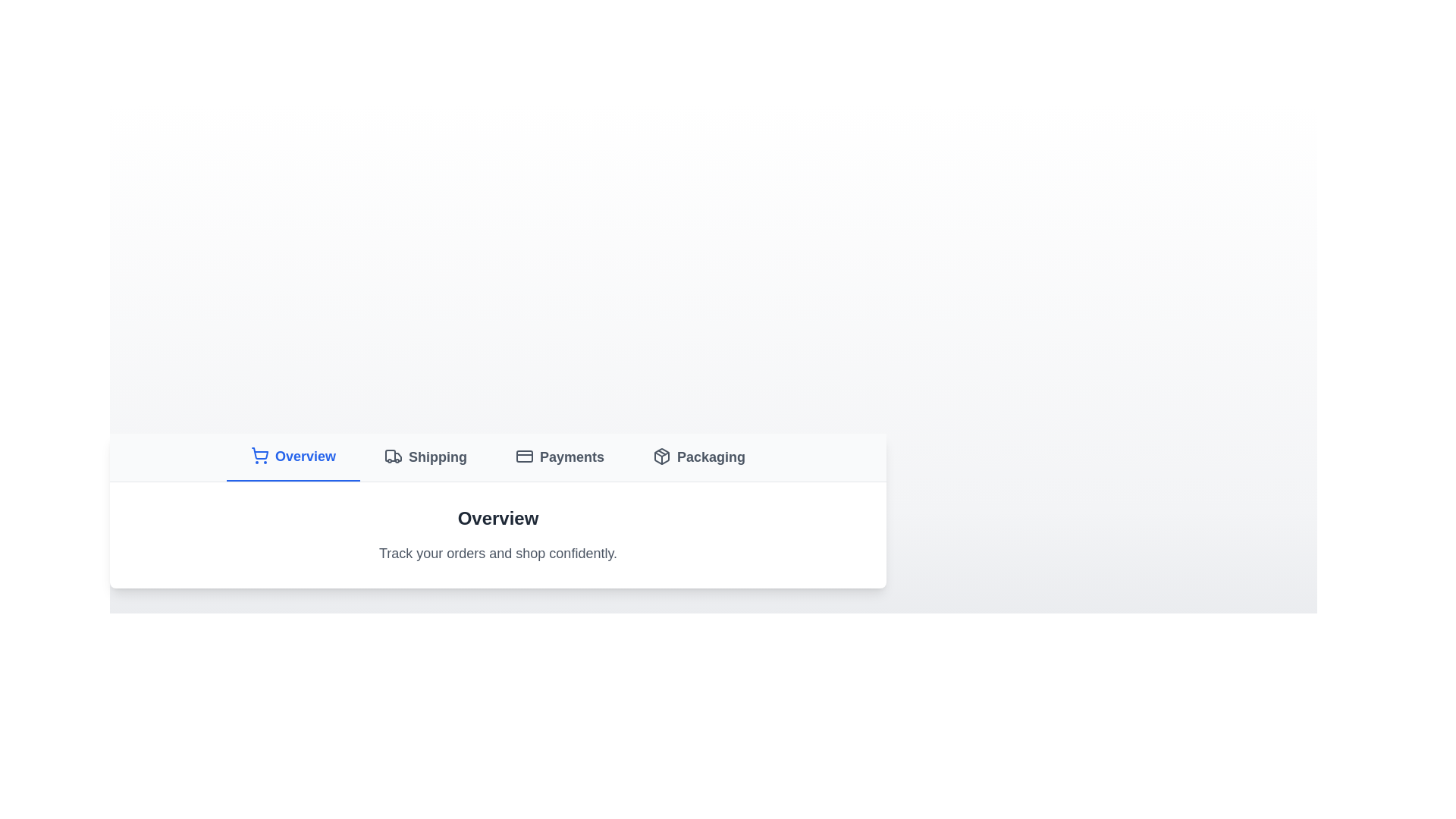 Image resolution: width=1456 pixels, height=819 pixels. I want to click on the Packaging tab, so click(698, 457).